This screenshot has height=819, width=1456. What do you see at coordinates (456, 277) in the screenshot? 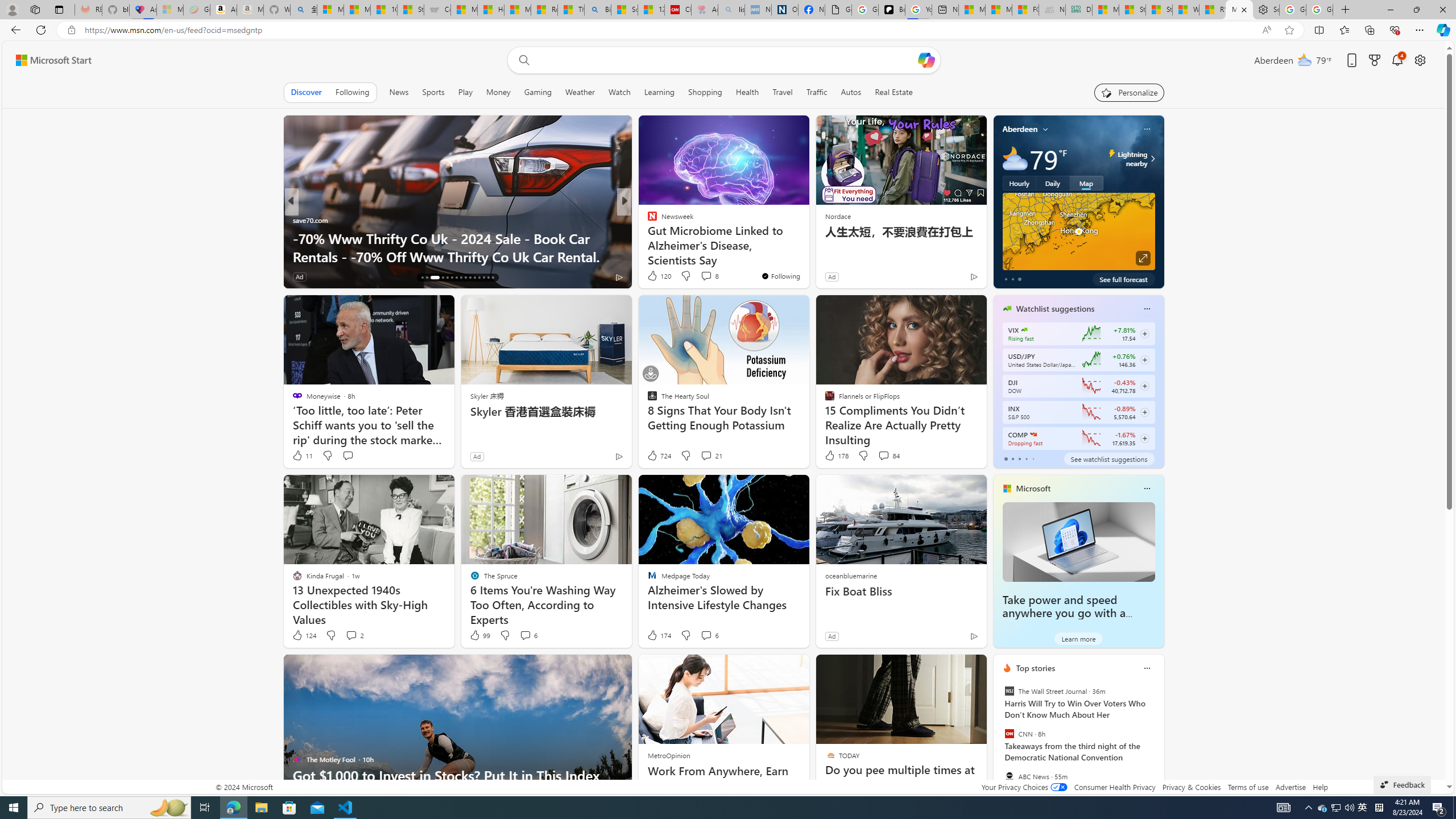
I see `'AutomationID: tab-22'` at bounding box center [456, 277].